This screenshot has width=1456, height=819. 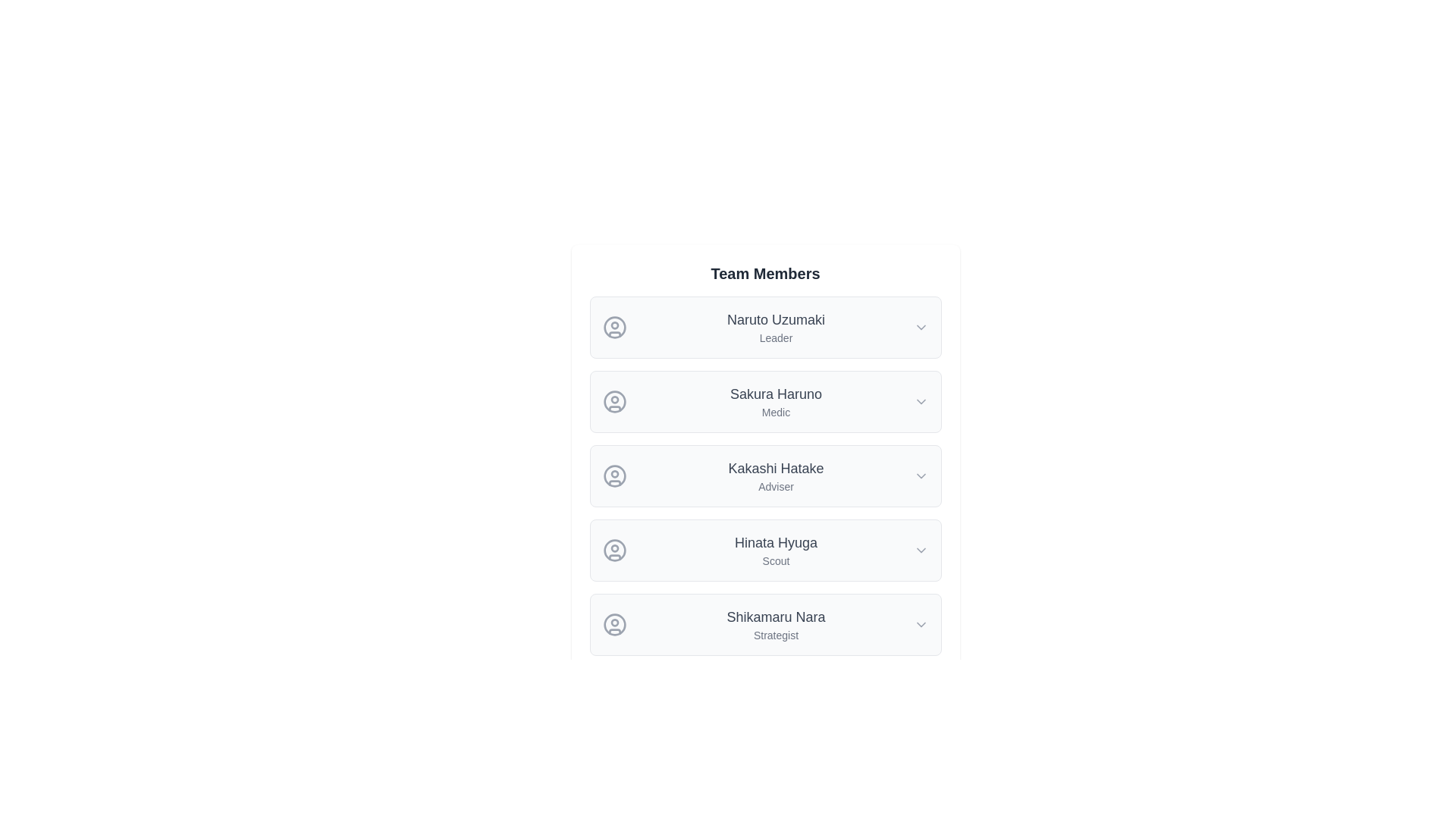 I want to click on the third team member panel labeled 'Kakashi Hatake', so click(x=765, y=475).